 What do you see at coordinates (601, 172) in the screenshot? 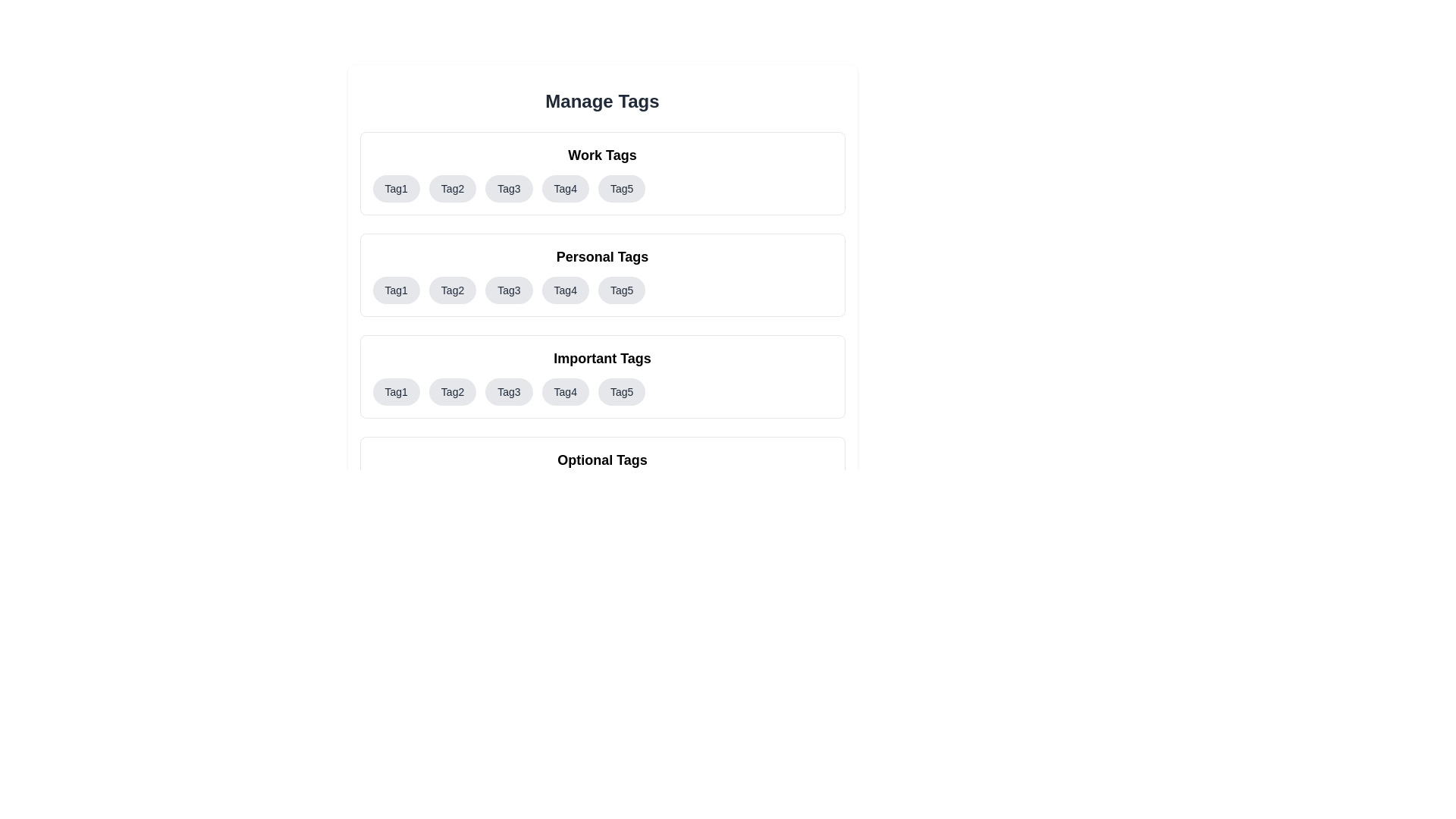
I see `the interactive tag element within the 'Work Tags' section` at bounding box center [601, 172].